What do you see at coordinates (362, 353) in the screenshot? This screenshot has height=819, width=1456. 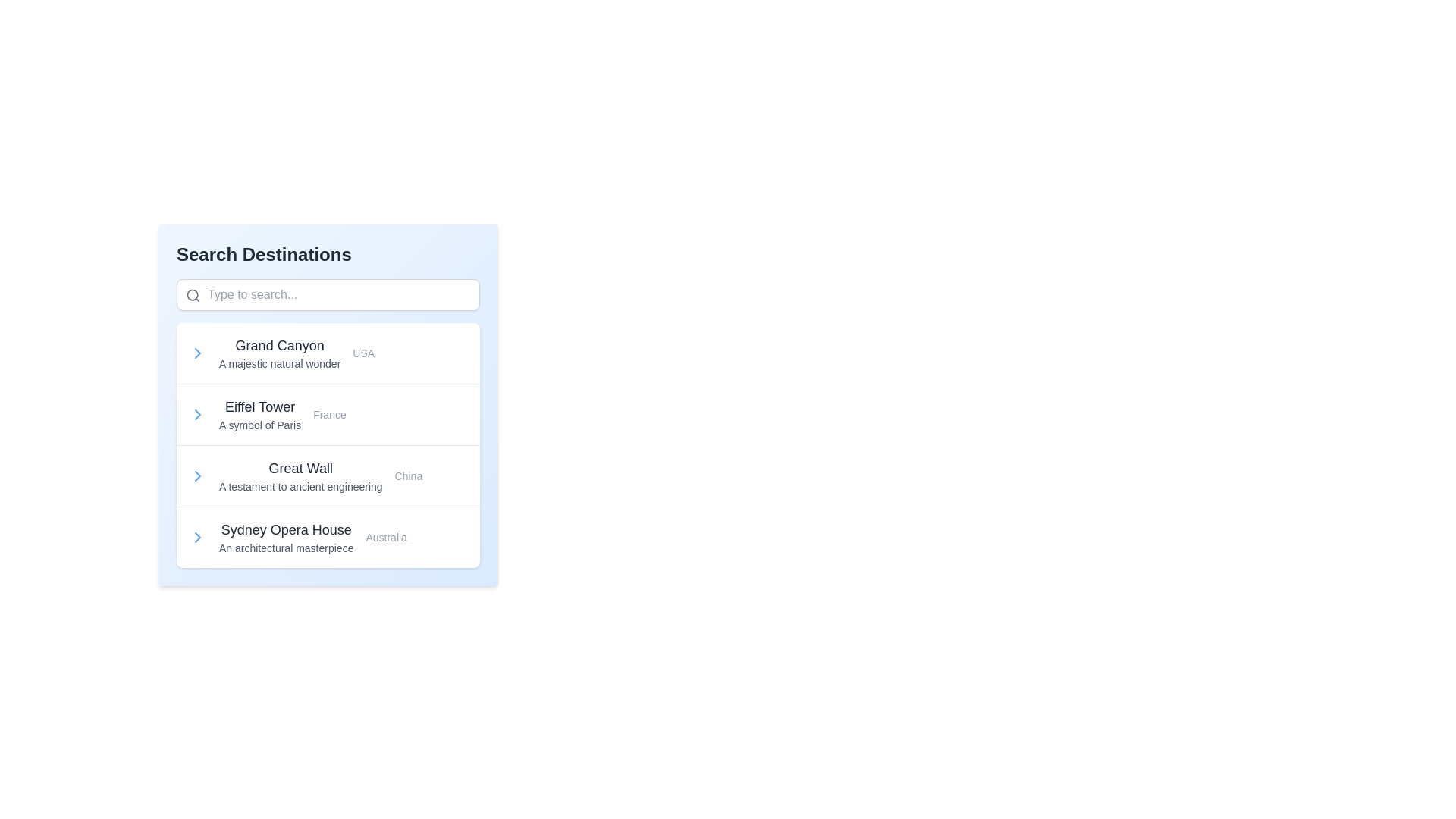 I see `the static text label displaying 'USA', which is positioned at the far-right within the entry for 'Grand Canyon', adjacent to the subtitle 'A majestic natural wonder'` at bounding box center [362, 353].